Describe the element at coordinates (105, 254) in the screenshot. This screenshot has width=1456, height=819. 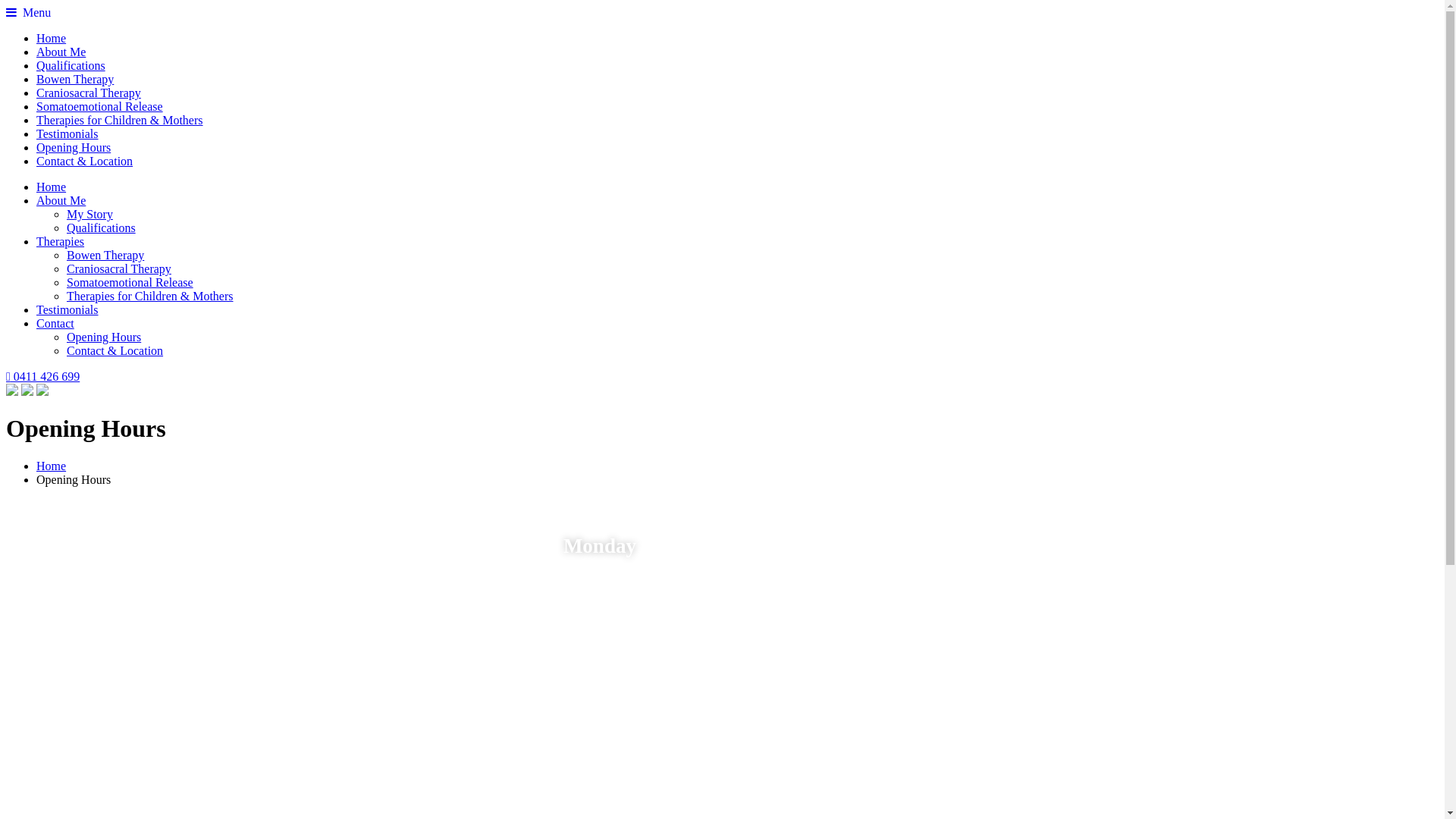
I see `'Bowen Therapy'` at that location.